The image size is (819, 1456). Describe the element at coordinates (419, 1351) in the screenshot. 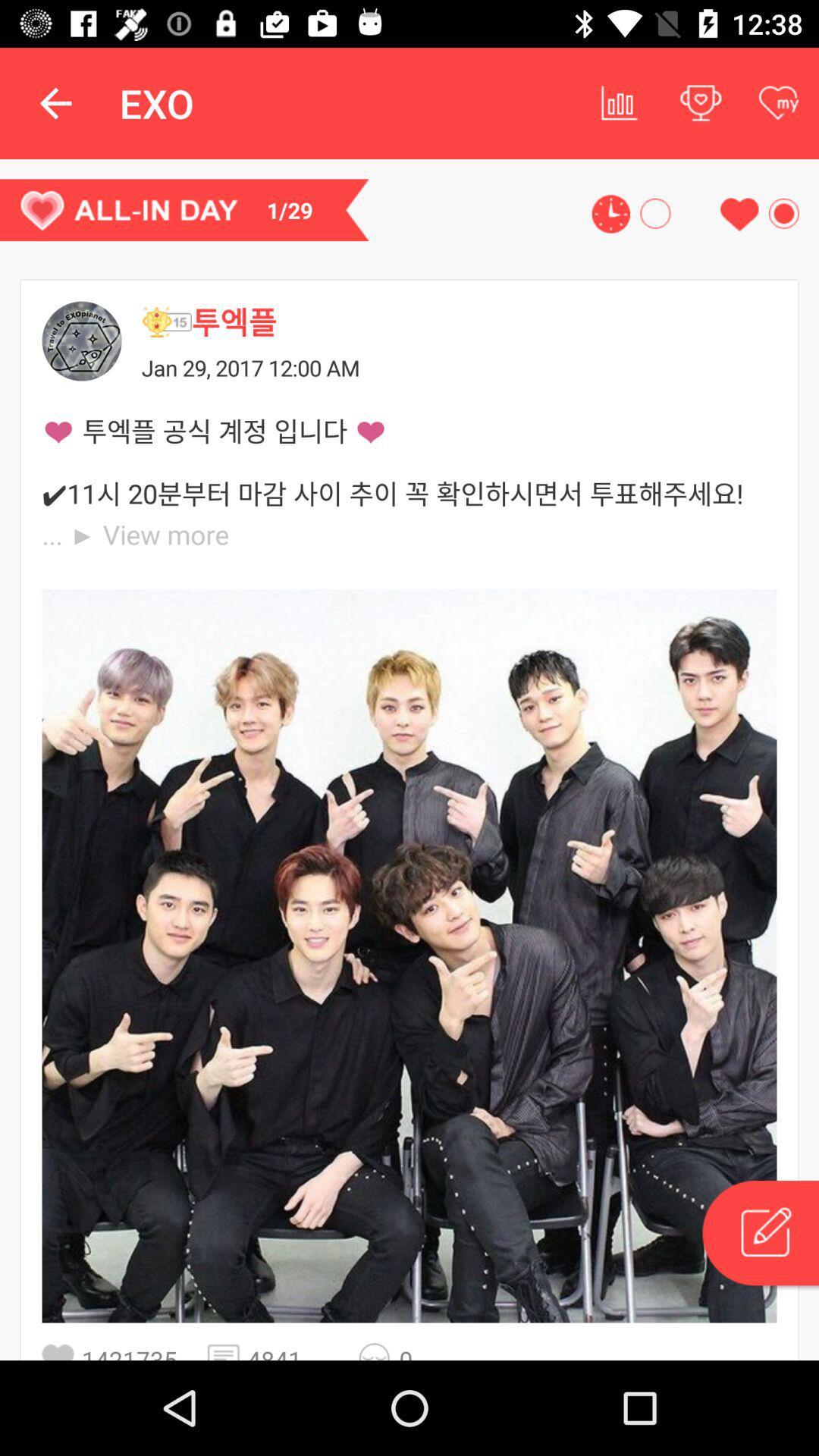

I see `the 0 icon` at that location.